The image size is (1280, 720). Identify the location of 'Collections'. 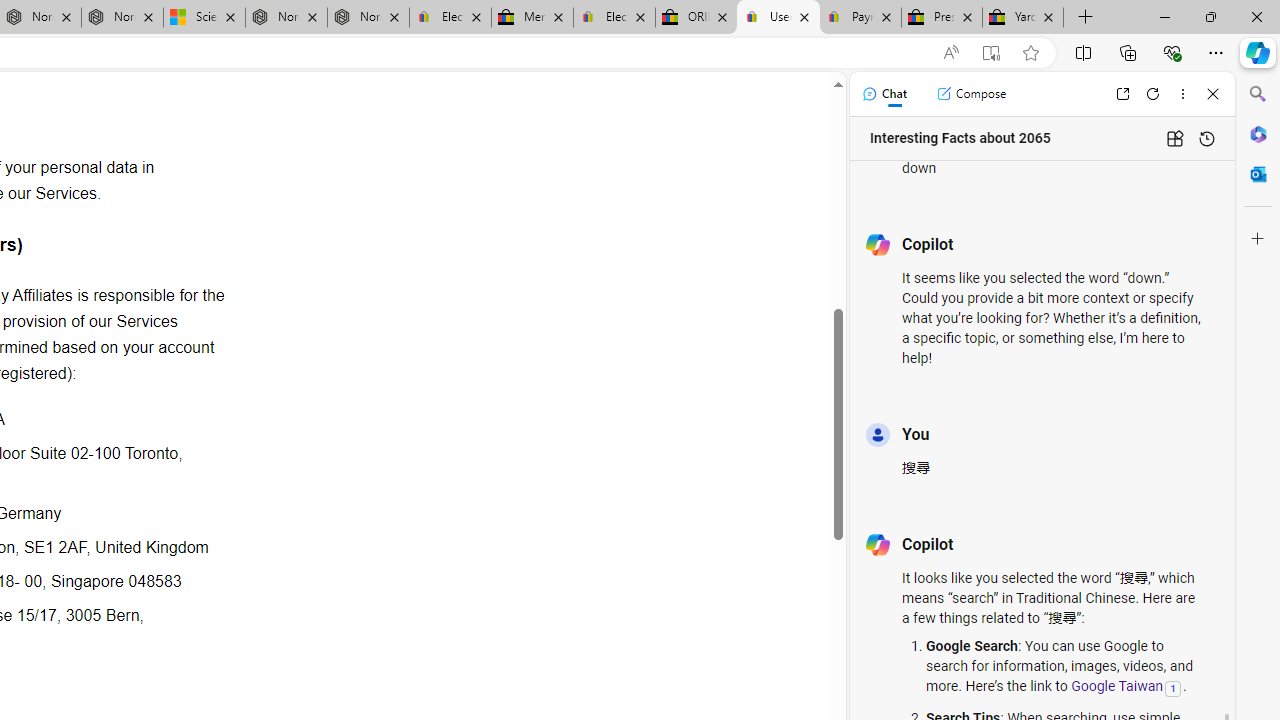
(1128, 51).